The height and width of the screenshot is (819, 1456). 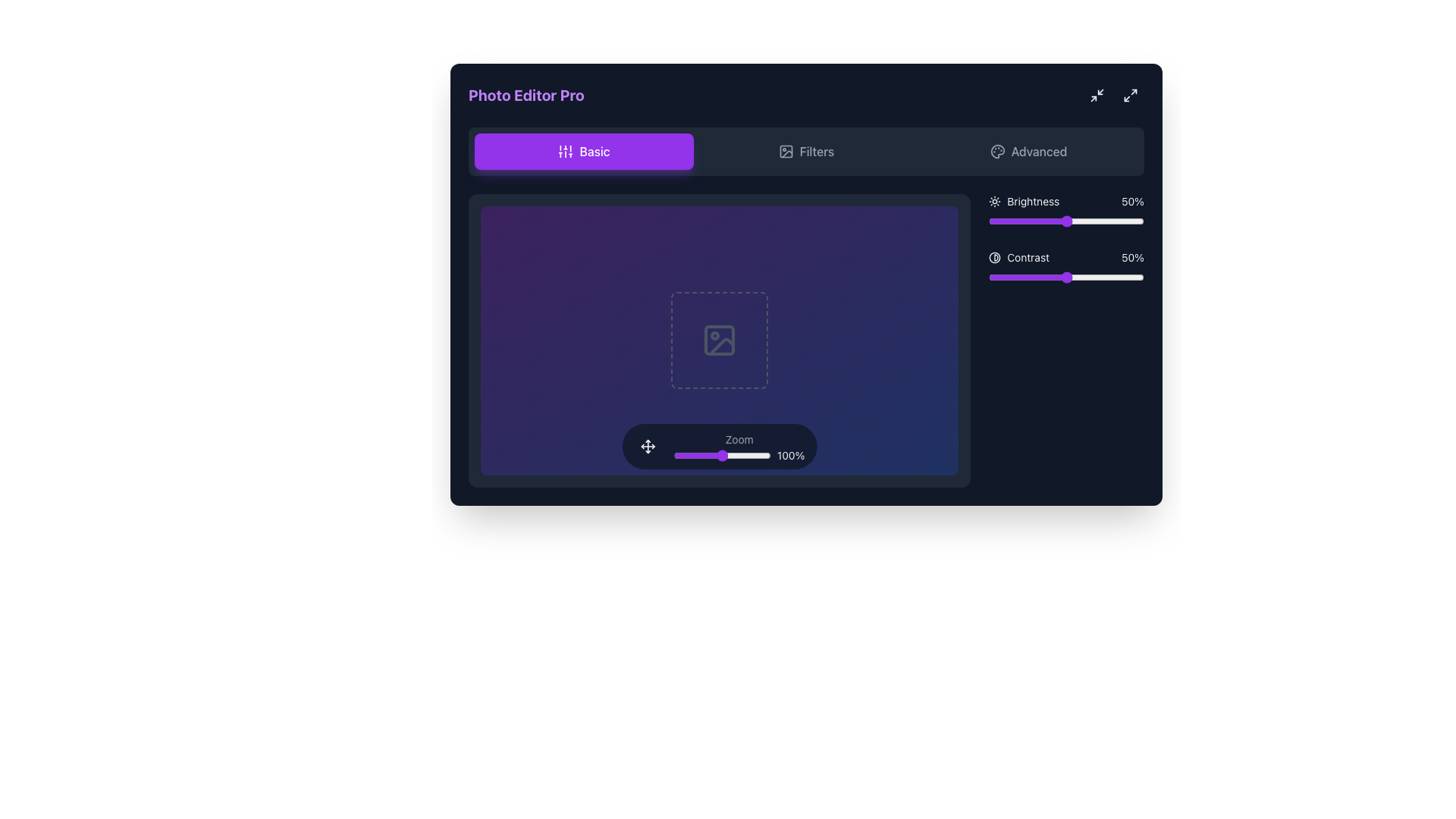 What do you see at coordinates (673, 454) in the screenshot?
I see `the zoom level` at bounding box center [673, 454].